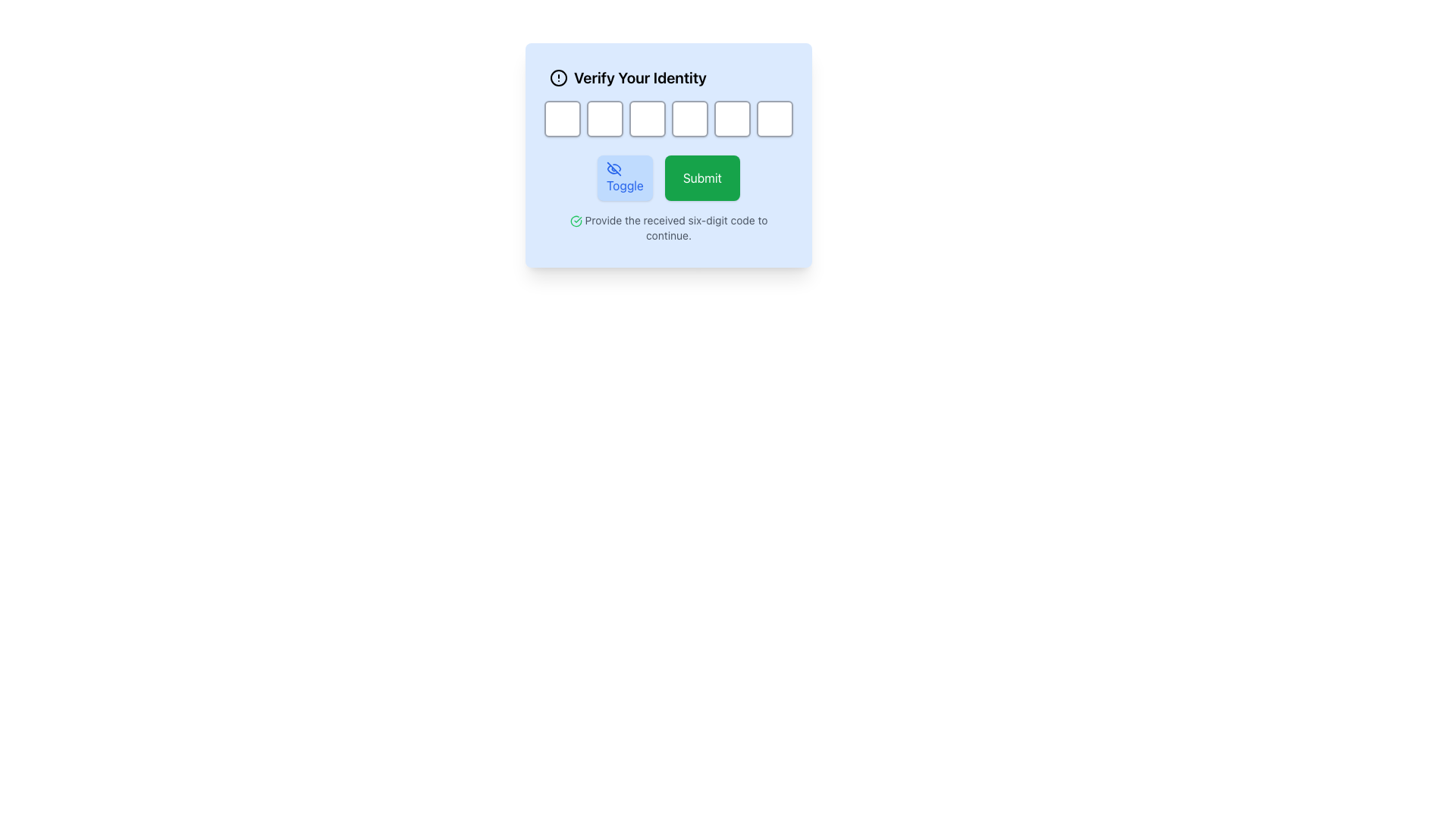 The height and width of the screenshot is (819, 1456). Describe the element at coordinates (614, 169) in the screenshot. I see `the visual indicator within the 'Toggle' button that communicates visibility settings to the user` at that location.